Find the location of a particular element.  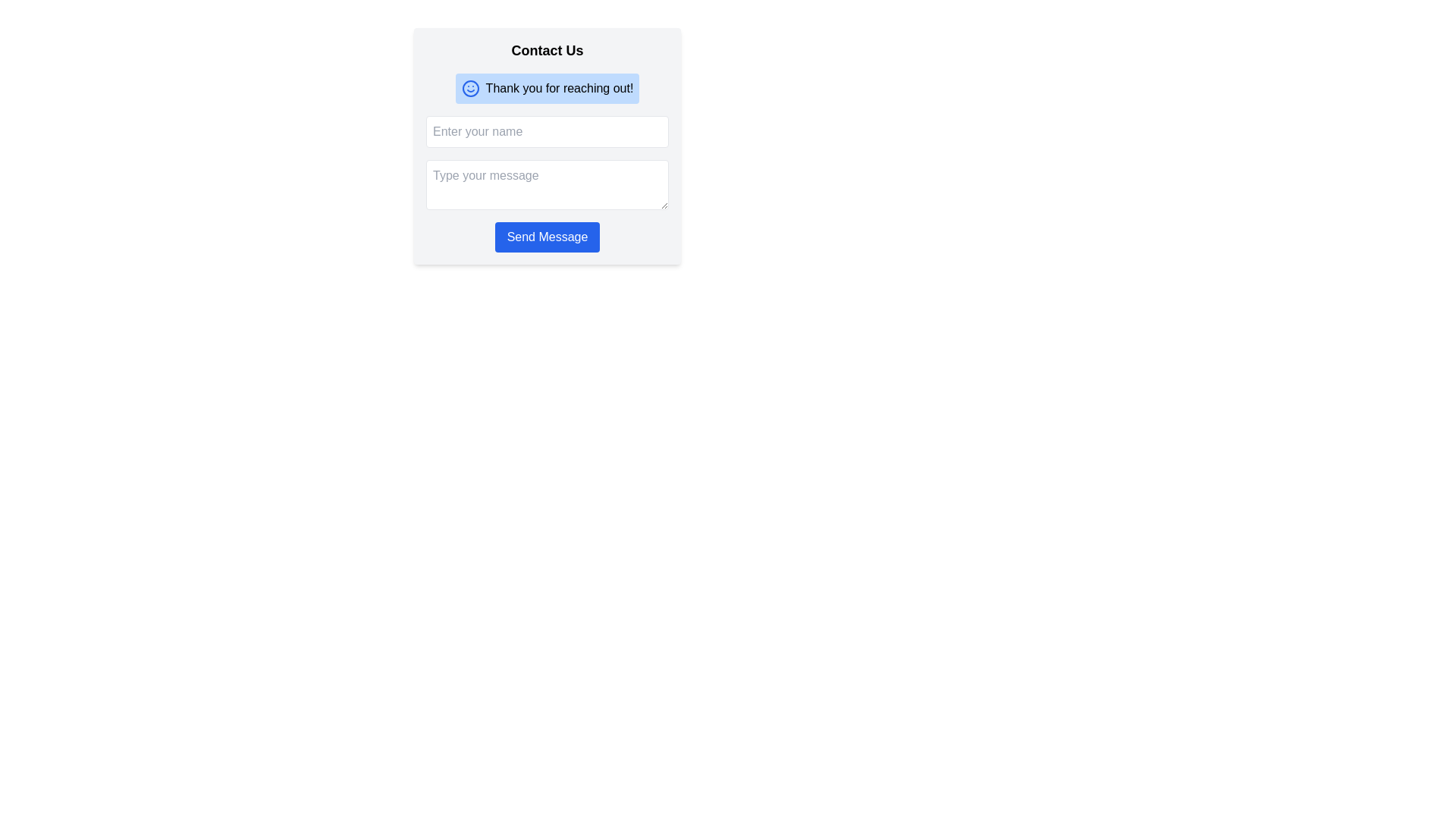

the header text label of the contact form, which is located at the top of a rounded, shadowed card with a light gray background is located at coordinates (546, 49).